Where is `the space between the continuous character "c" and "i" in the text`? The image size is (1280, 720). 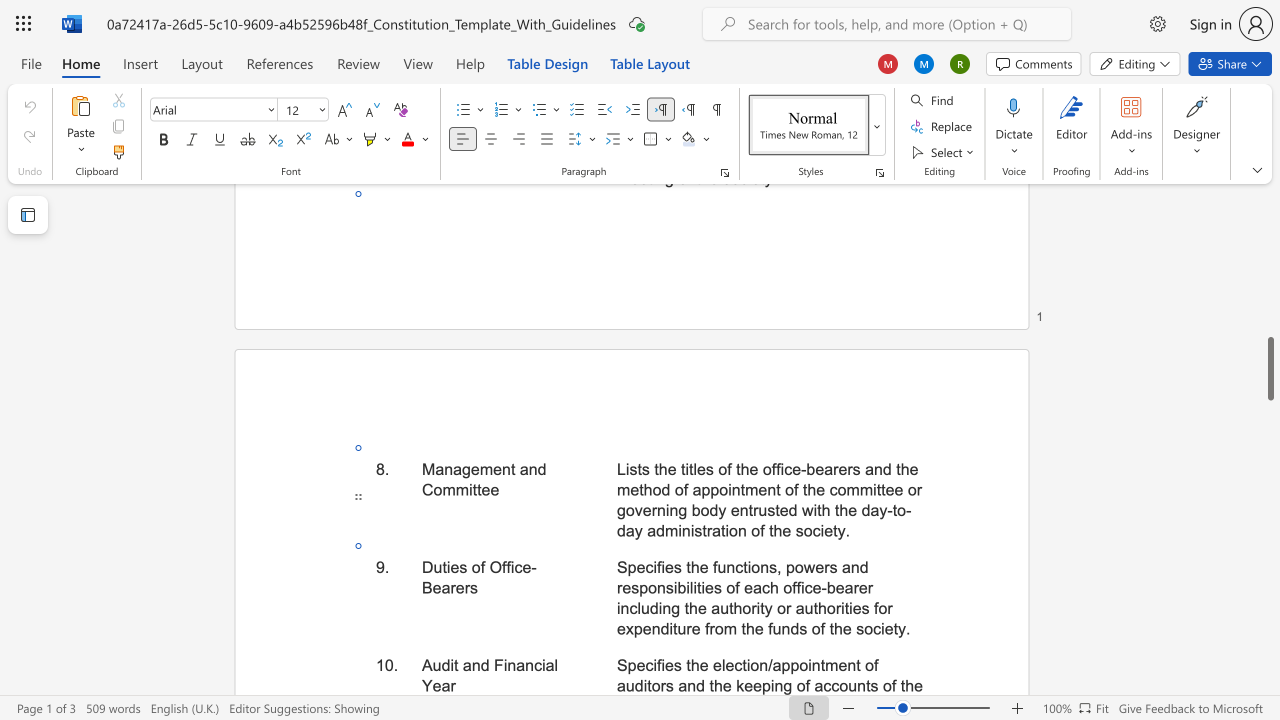 the space between the continuous character "c" and "i" in the text is located at coordinates (540, 665).